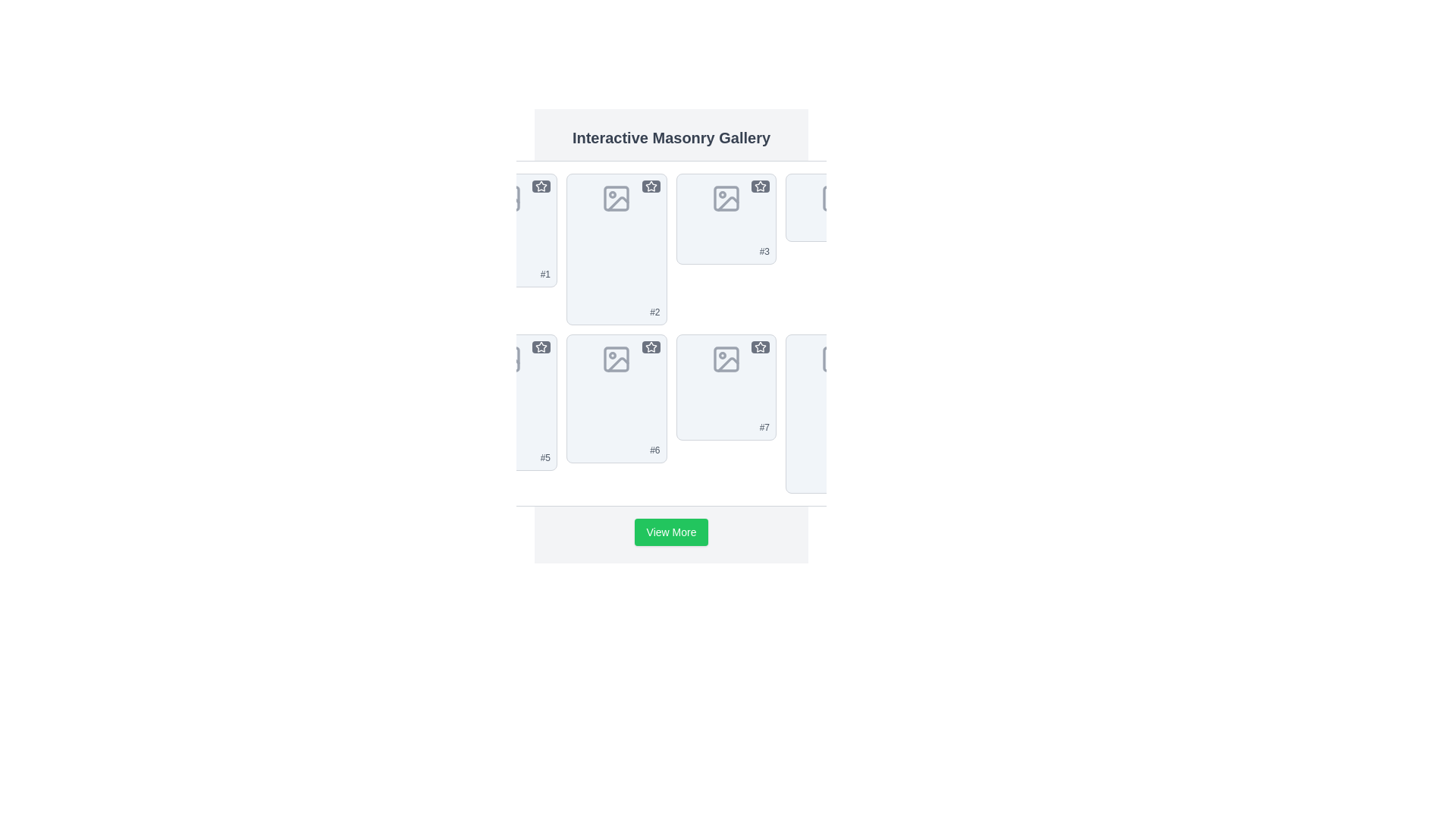 Image resolution: width=1456 pixels, height=819 pixels. I want to click on the image placeholder icon with a gray color scheme, located in card '#2' of the masonry grid layout, so click(617, 198).